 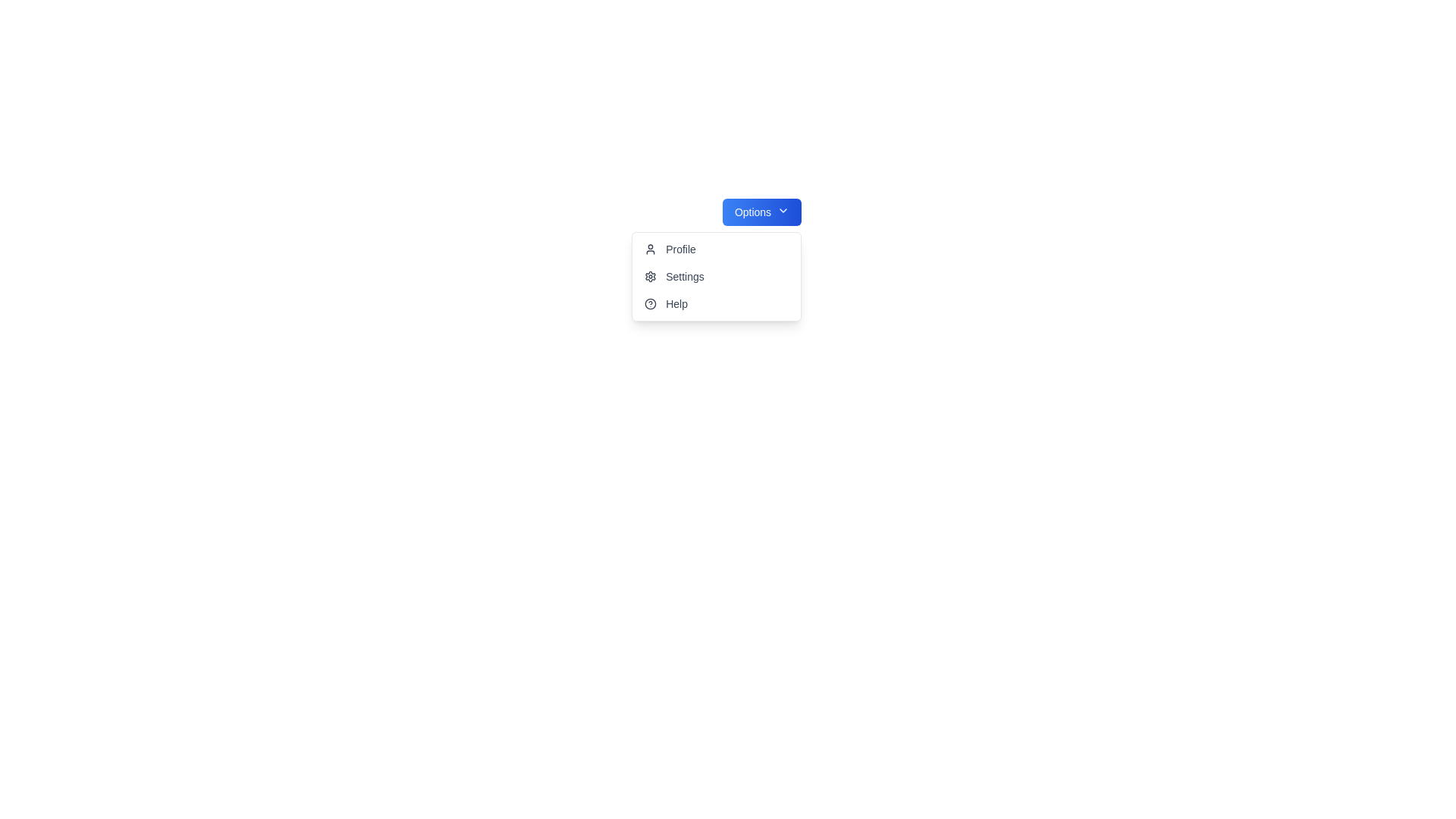 I want to click on the second menu item in the dropdown menu, which leads to the 'Settings' page or modal, so click(x=716, y=277).